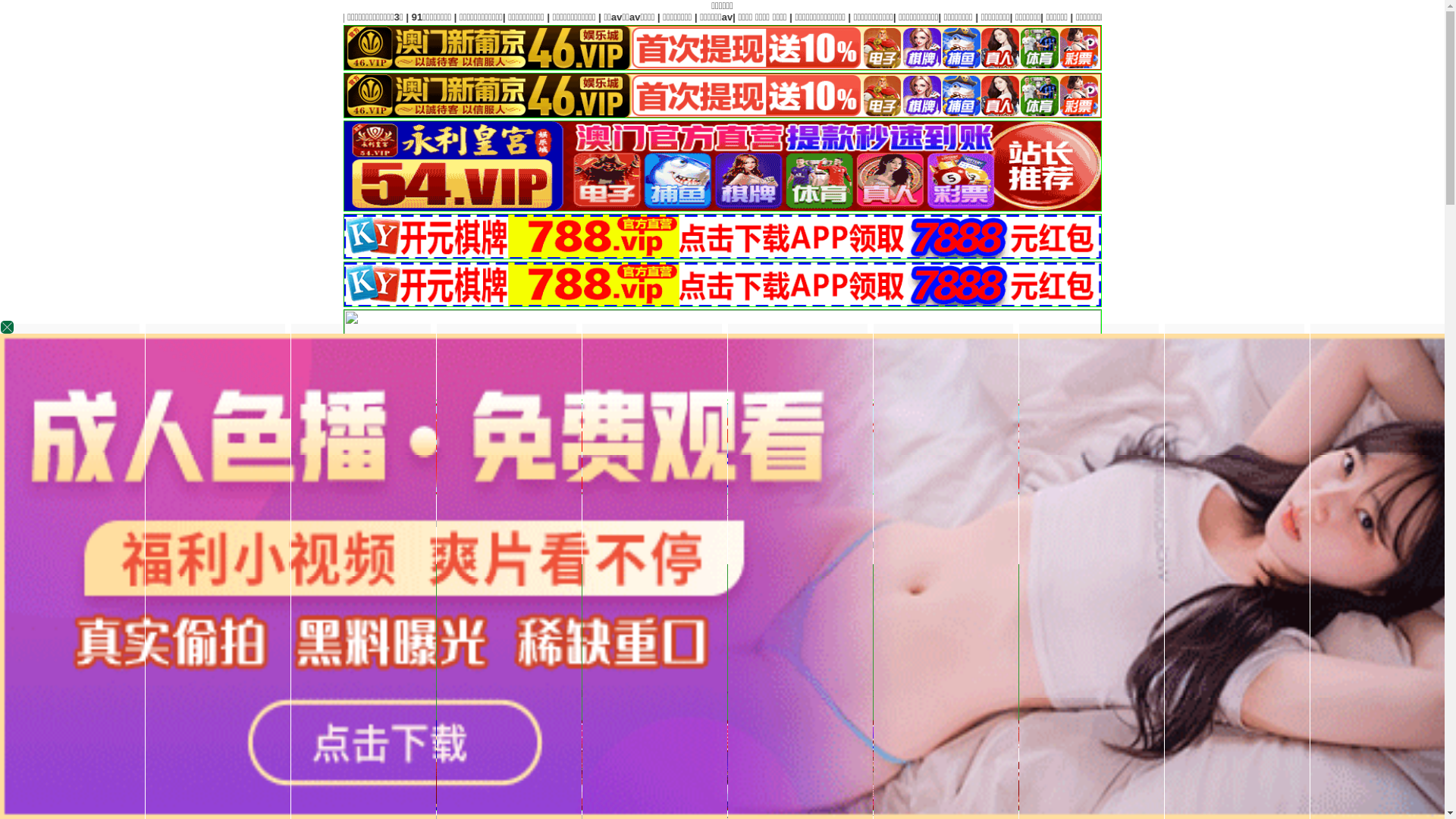  What do you see at coordinates (1371, 17) in the screenshot?
I see `'|'` at bounding box center [1371, 17].